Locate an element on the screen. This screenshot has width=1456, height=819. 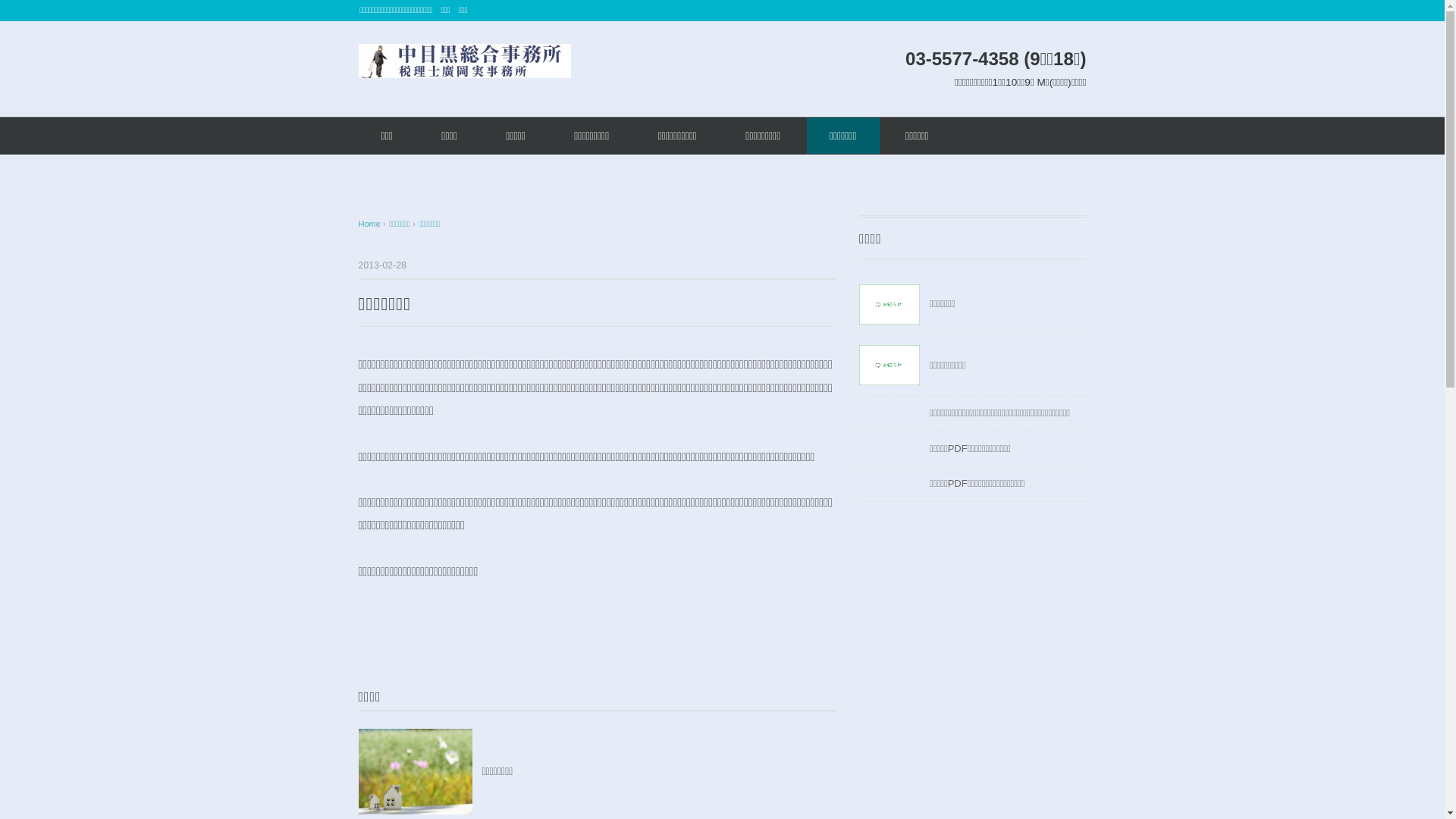
'Home' is located at coordinates (370, 223).